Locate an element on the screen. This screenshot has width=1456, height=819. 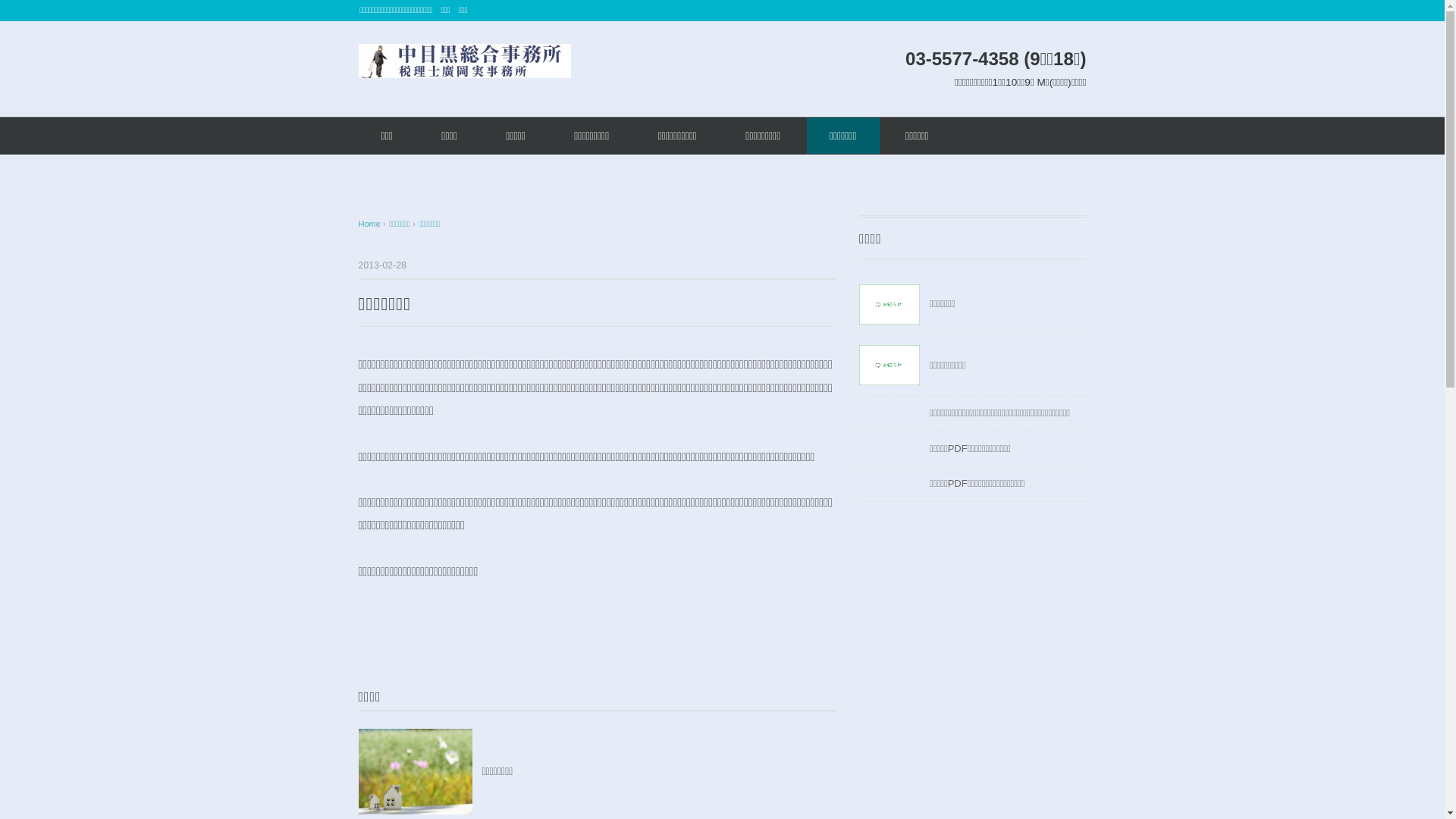
'Home' is located at coordinates (370, 223).